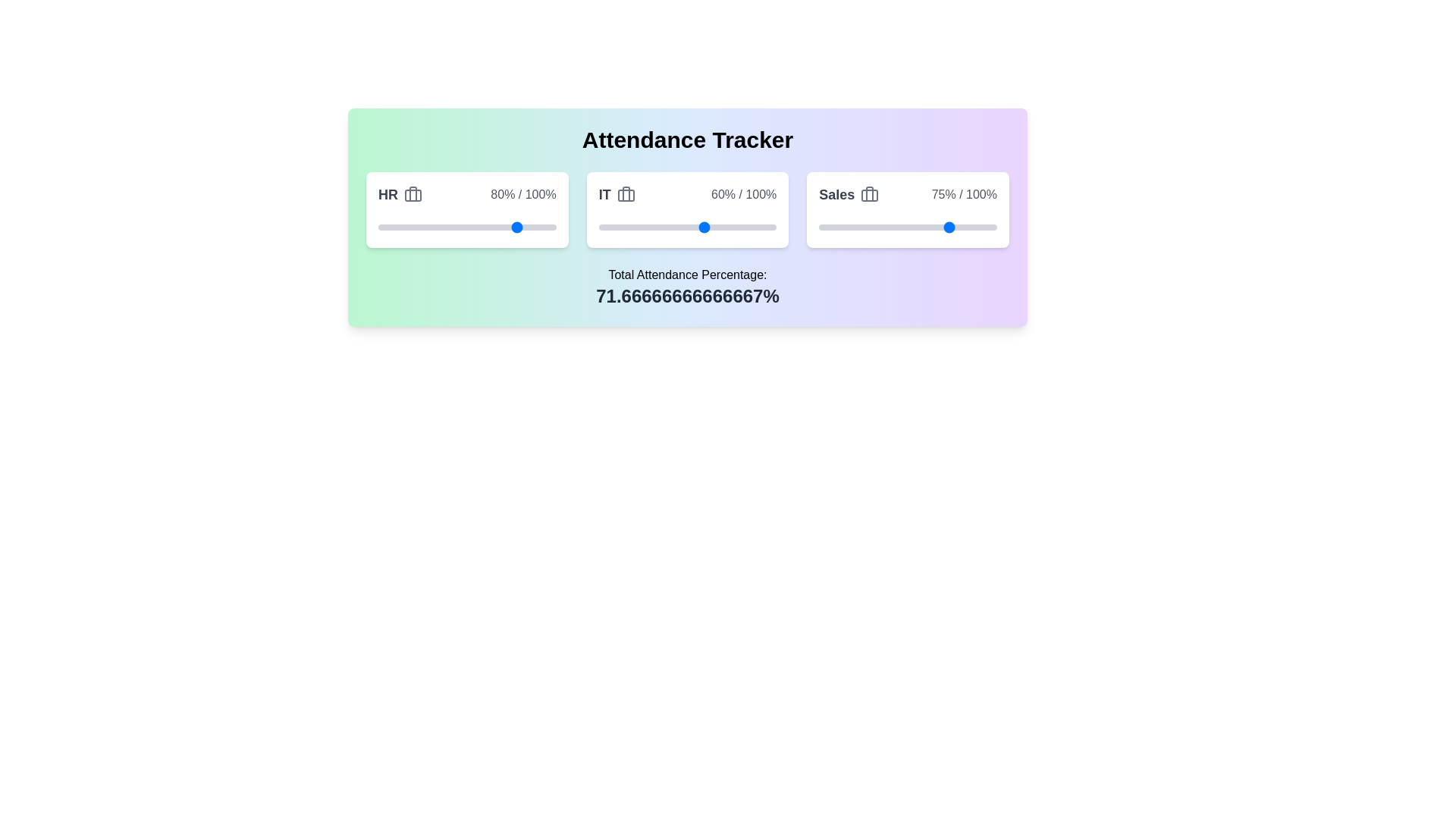 Image resolution: width=1456 pixels, height=819 pixels. I want to click on the slider's value, so click(881, 227).